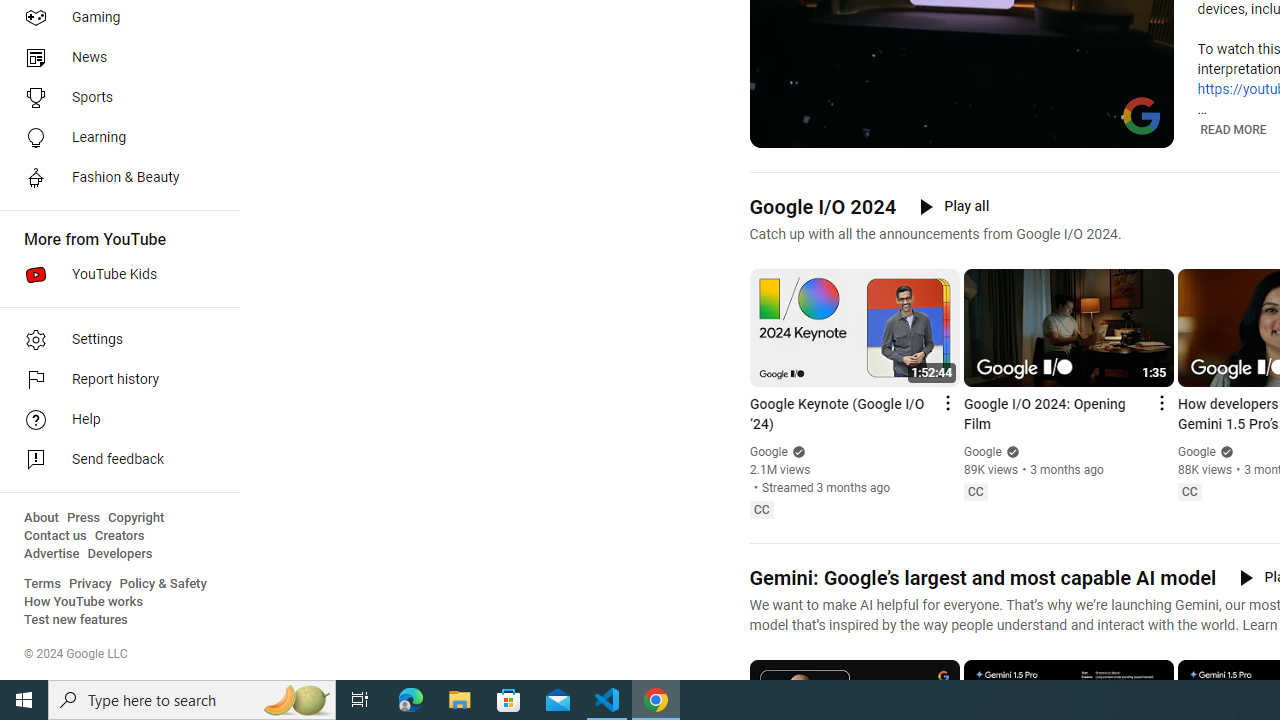  What do you see at coordinates (41, 517) in the screenshot?
I see `'About'` at bounding box center [41, 517].